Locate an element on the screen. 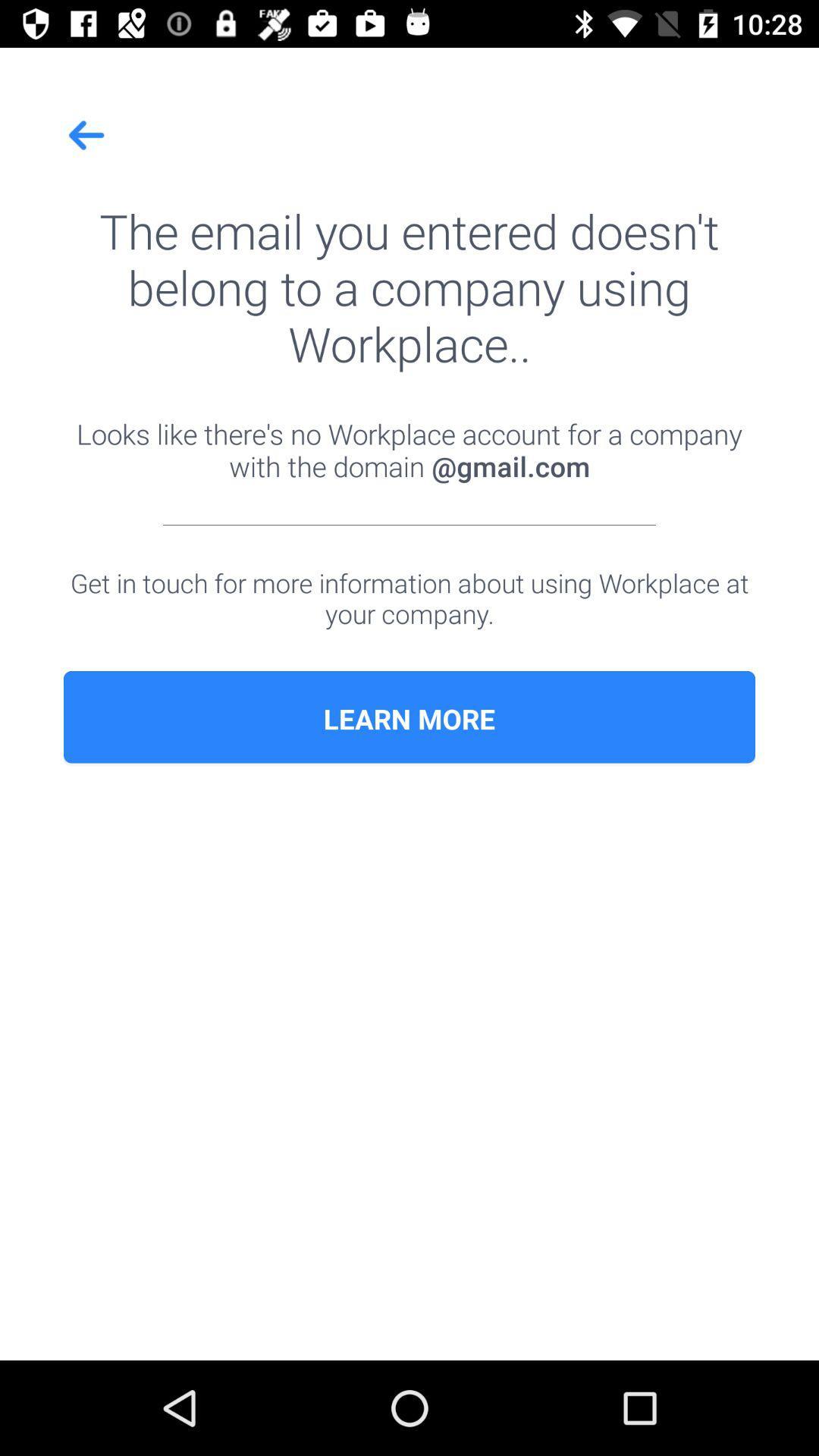 The width and height of the screenshot is (819, 1456). the item above the email you item is located at coordinates (87, 135).